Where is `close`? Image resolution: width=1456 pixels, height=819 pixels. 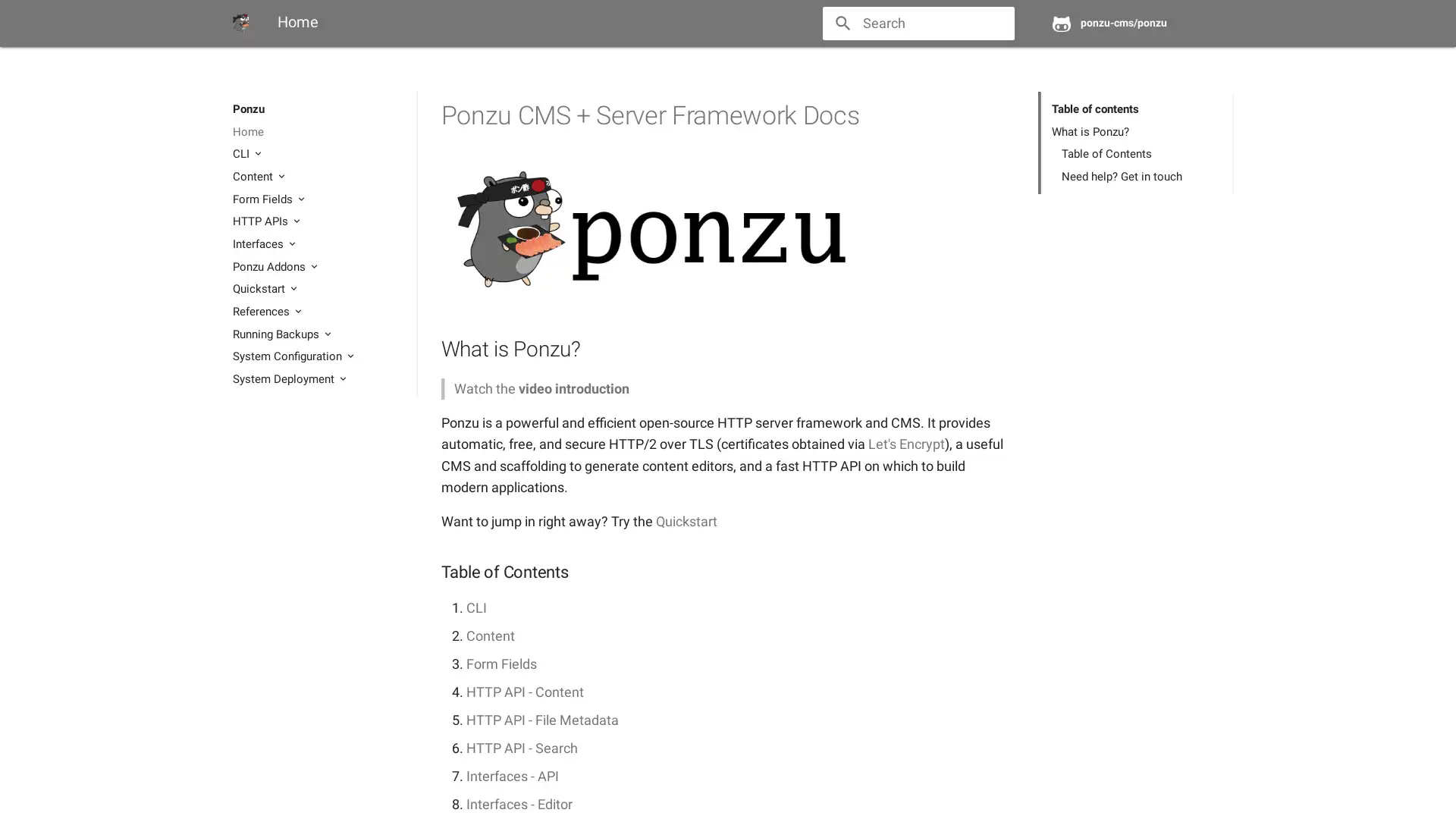 close is located at coordinates (994, 23).